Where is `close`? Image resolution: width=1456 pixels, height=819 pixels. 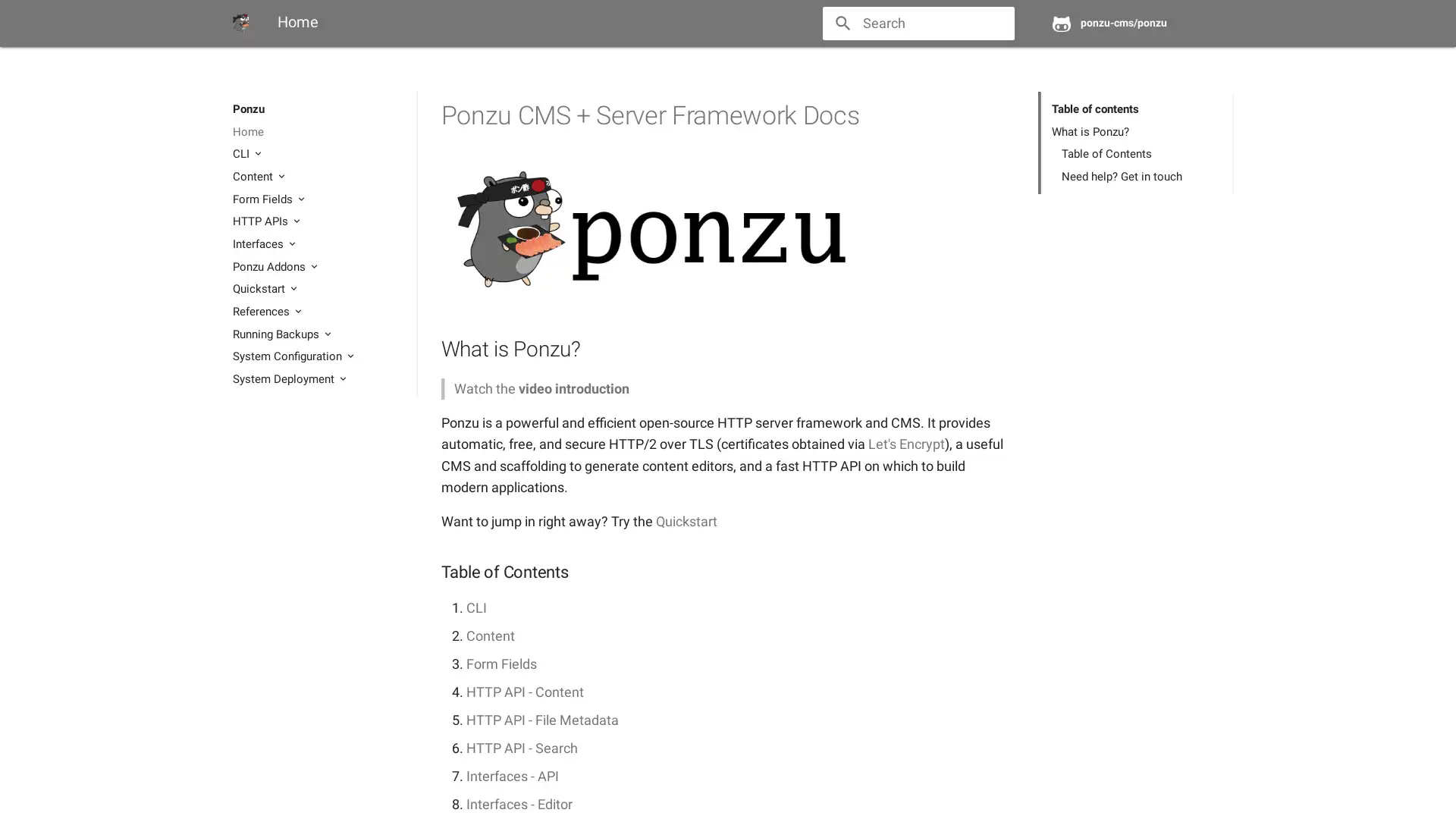 close is located at coordinates (994, 23).